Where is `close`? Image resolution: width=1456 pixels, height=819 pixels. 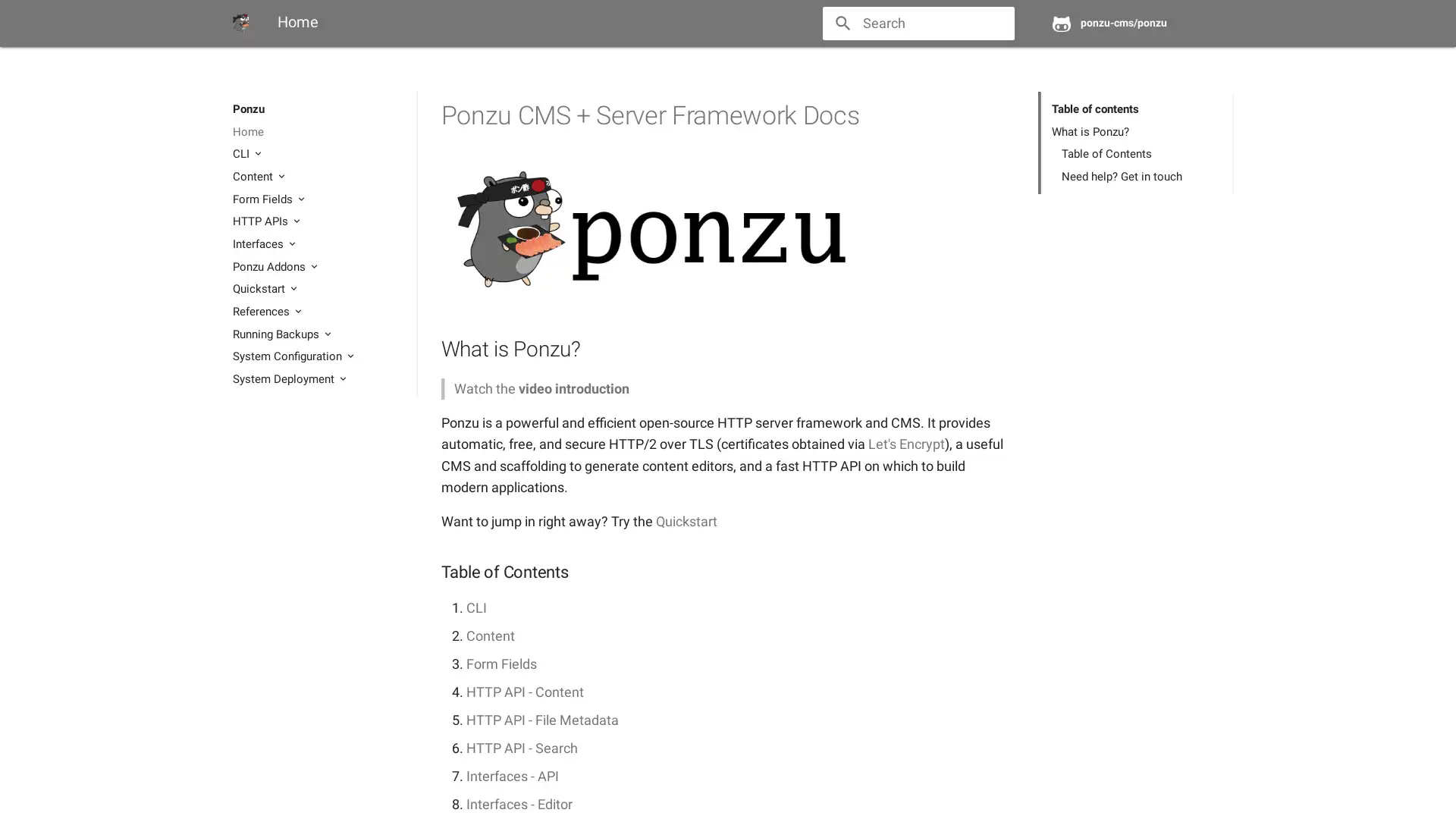 close is located at coordinates (994, 23).